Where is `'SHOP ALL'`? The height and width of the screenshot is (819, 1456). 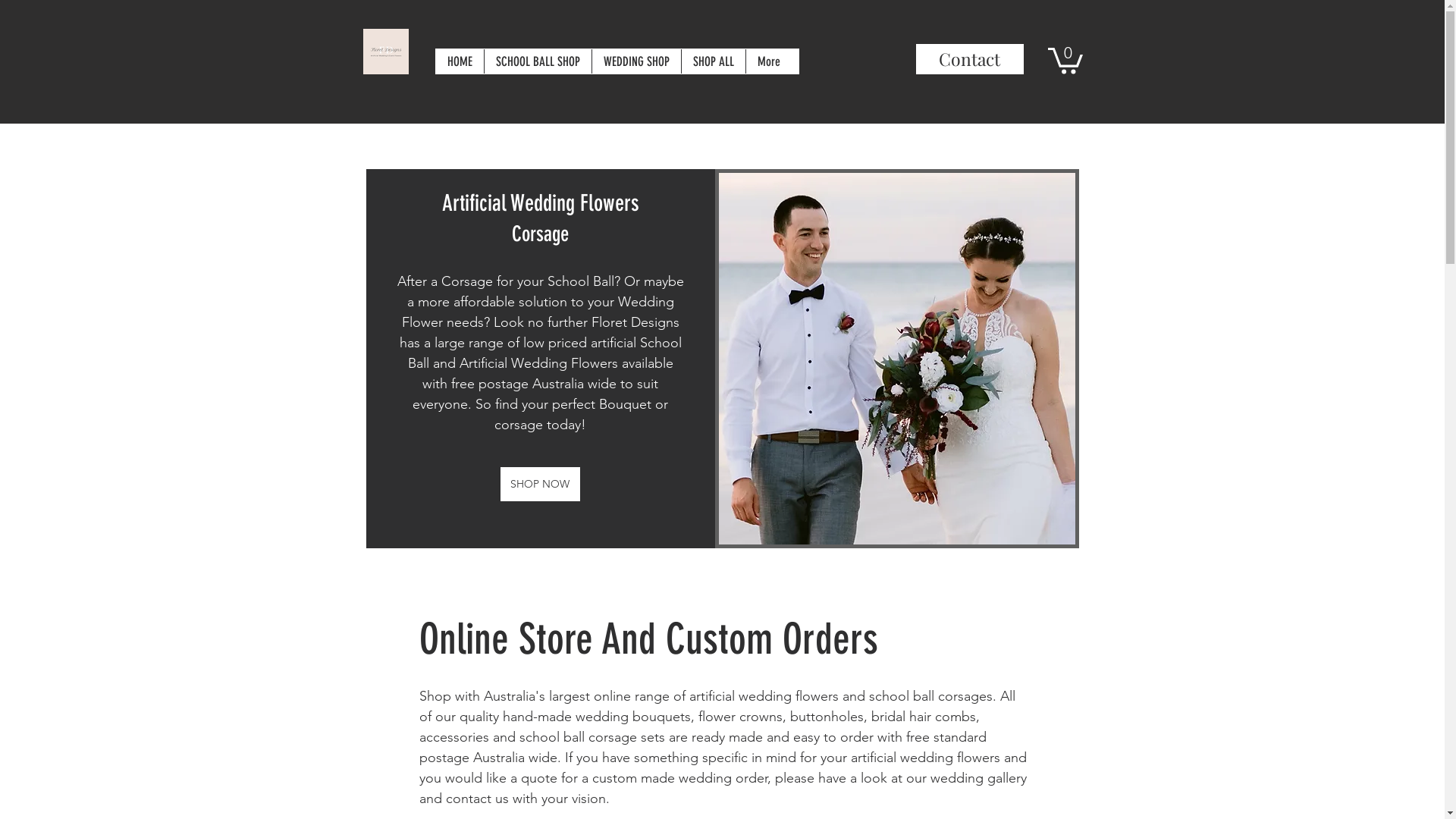
'SHOP ALL' is located at coordinates (712, 61).